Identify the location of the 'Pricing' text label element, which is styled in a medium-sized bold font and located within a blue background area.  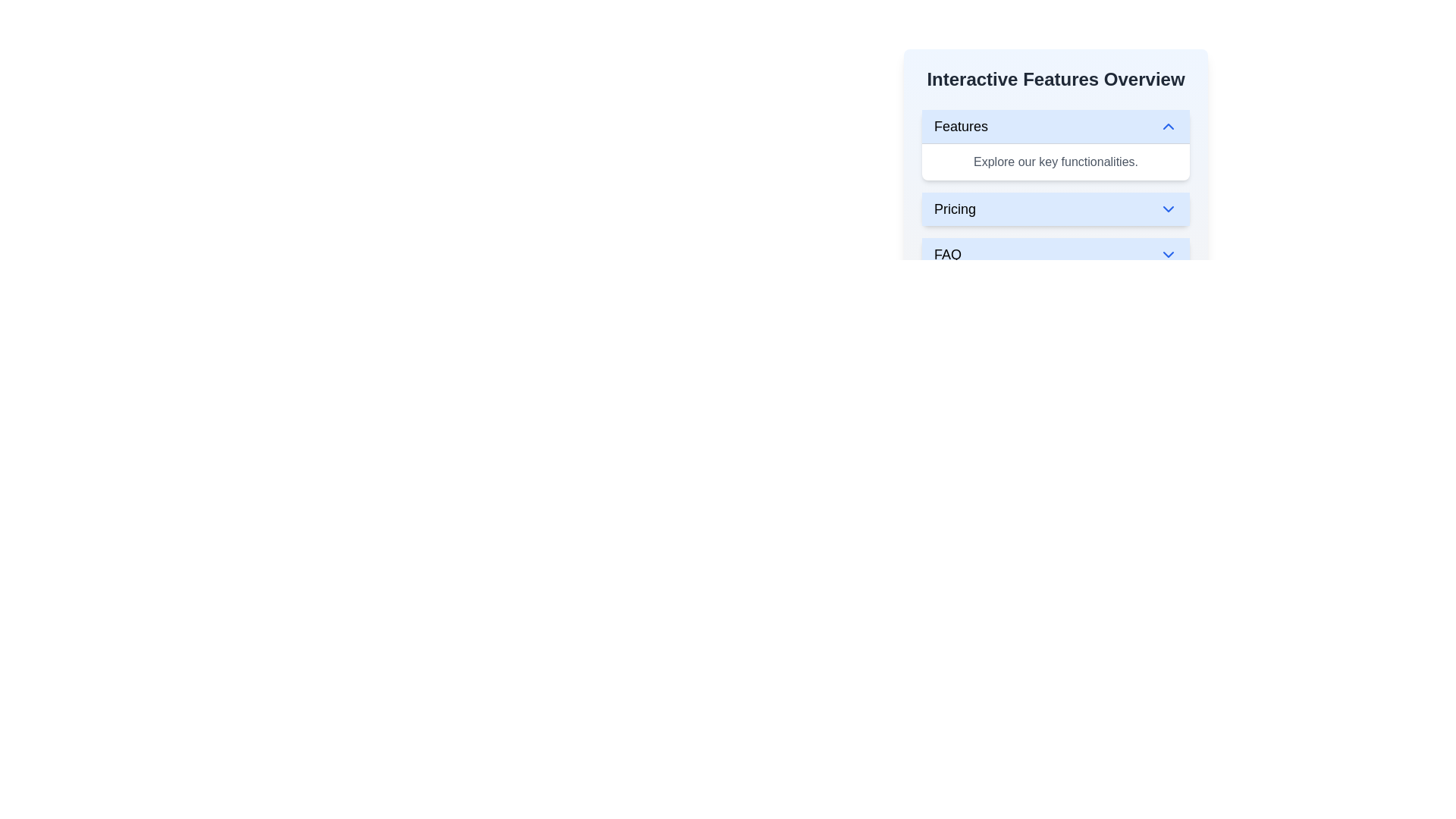
(954, 209).